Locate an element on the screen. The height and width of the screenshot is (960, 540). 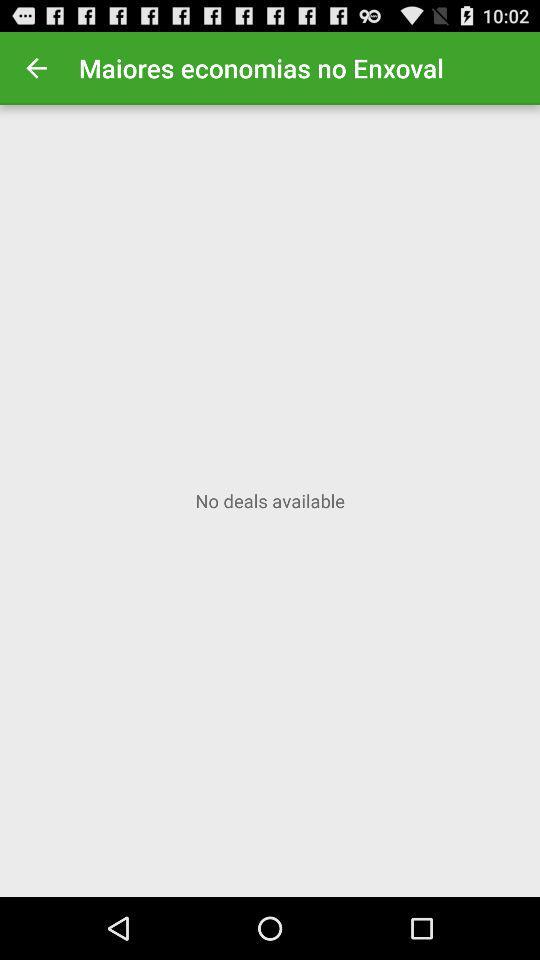
item next to the maiores economias no app is located at coordinates (36, 68).